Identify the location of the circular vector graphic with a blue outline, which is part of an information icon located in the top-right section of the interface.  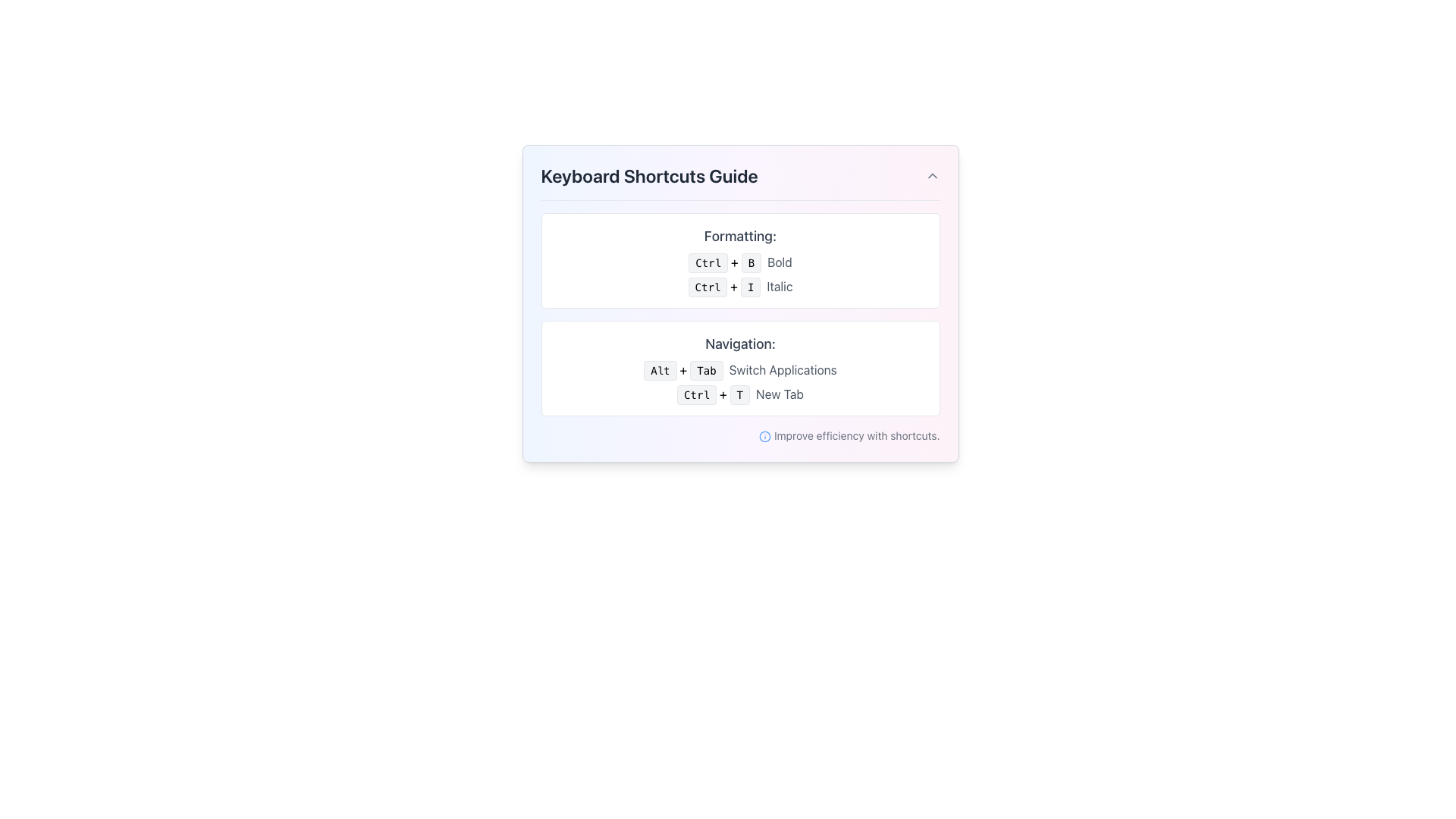
(764, 437).